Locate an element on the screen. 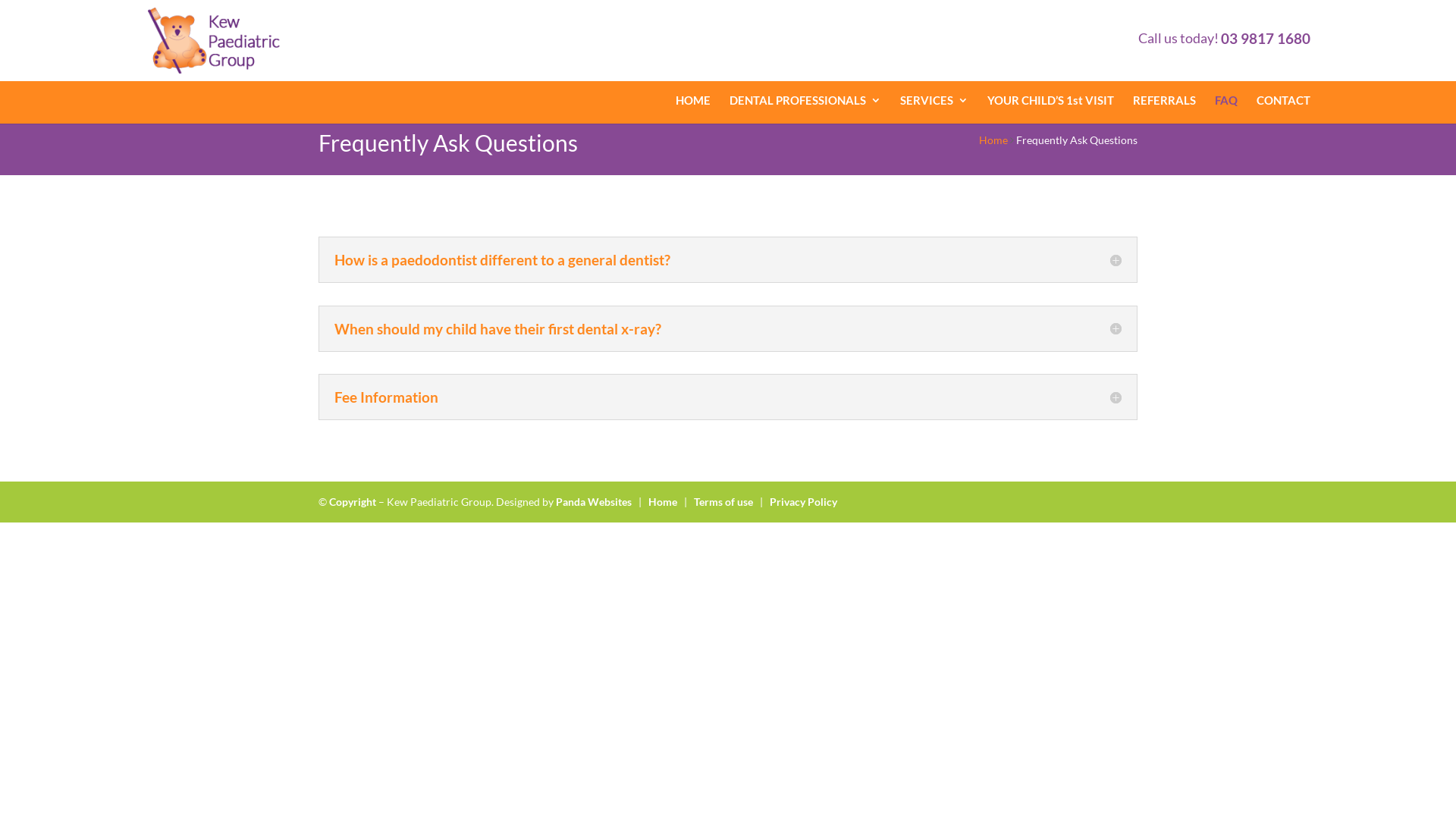 The image size is (1456, 819). 'REFERRALS' is located at coordinates (1163, 99).